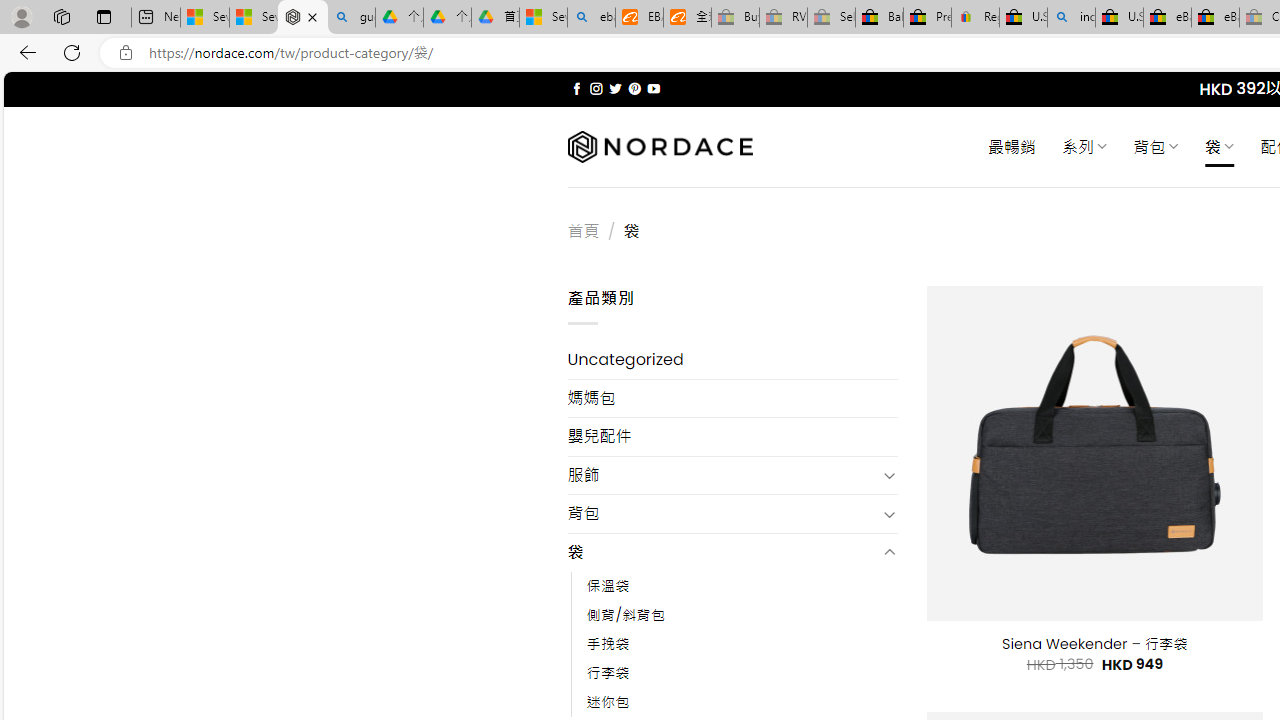 The width and height of the screenshot is (1280, 720). Describe the element at coordinates (576, 88) in the screenshot. I see `'Follow on Facebook'` at that location.